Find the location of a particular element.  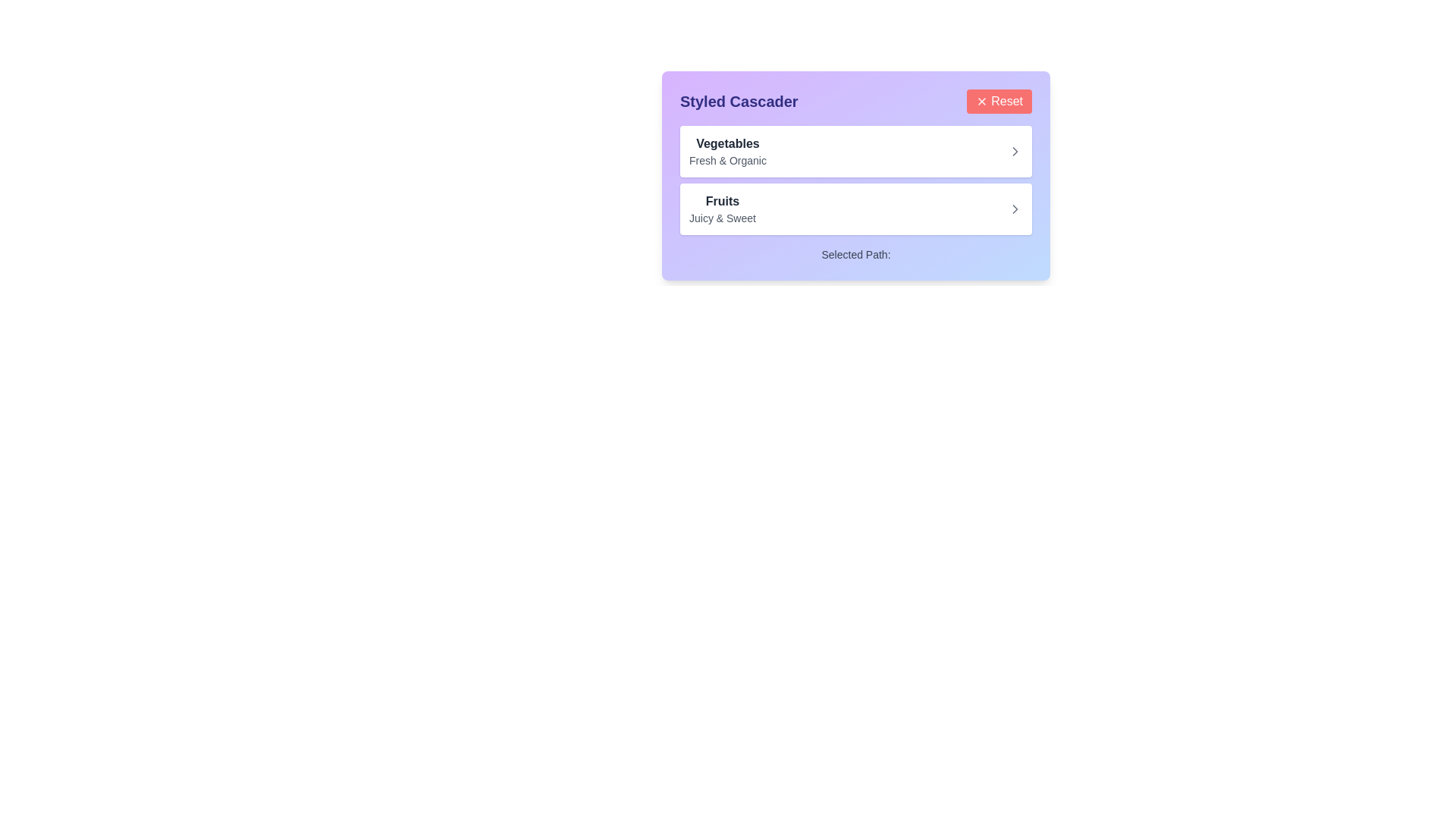

the 'Vegetables' text label, which indicates the category within the menu and is positioned above 'Fresh & Organic' is located at coordinates (728, 143).